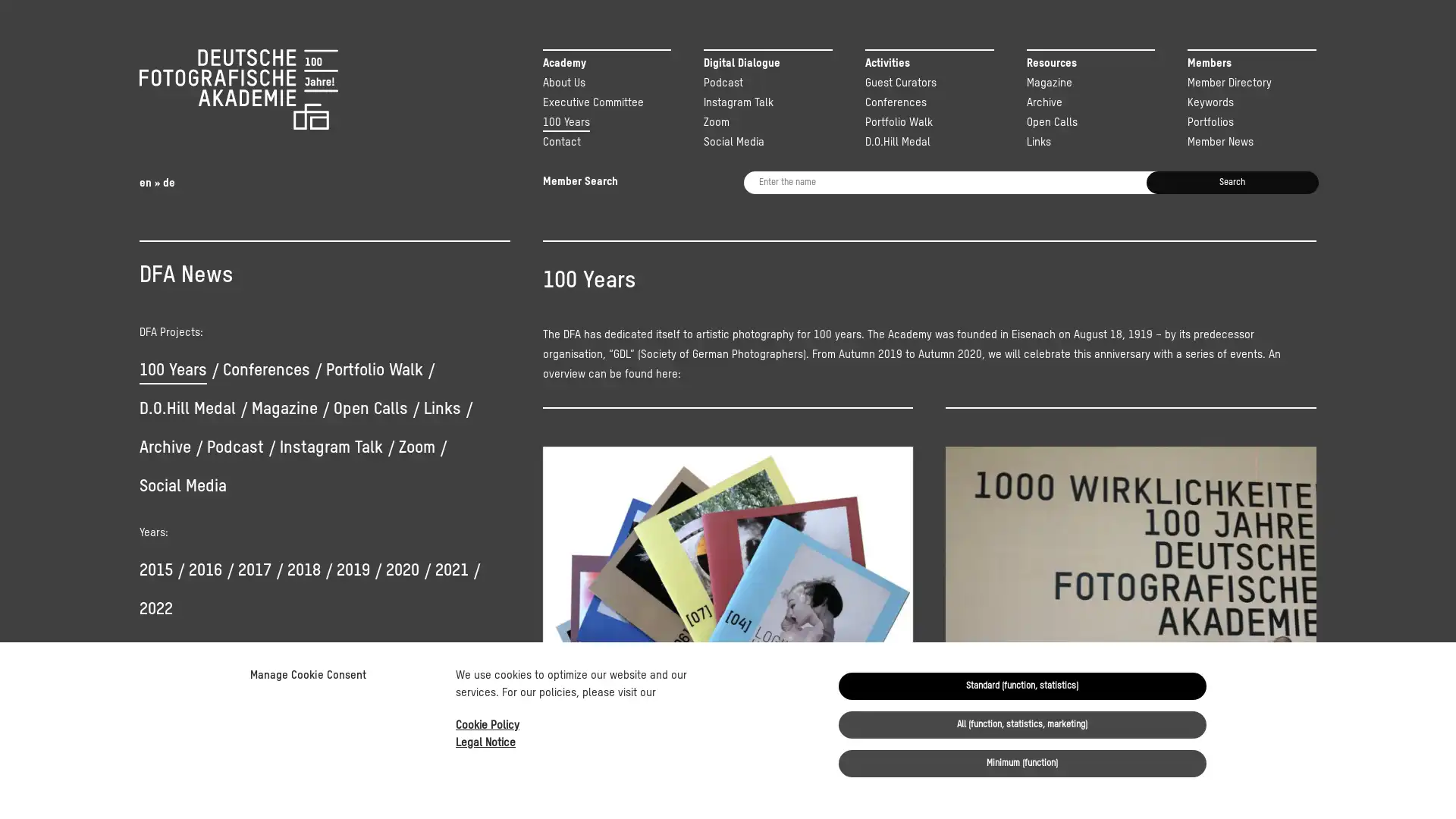 This screenshot has width=1456, height=819. What do you see at coordinates (156, 570) in the screenshot?
I see `2015` at bounding box center [156, 570].